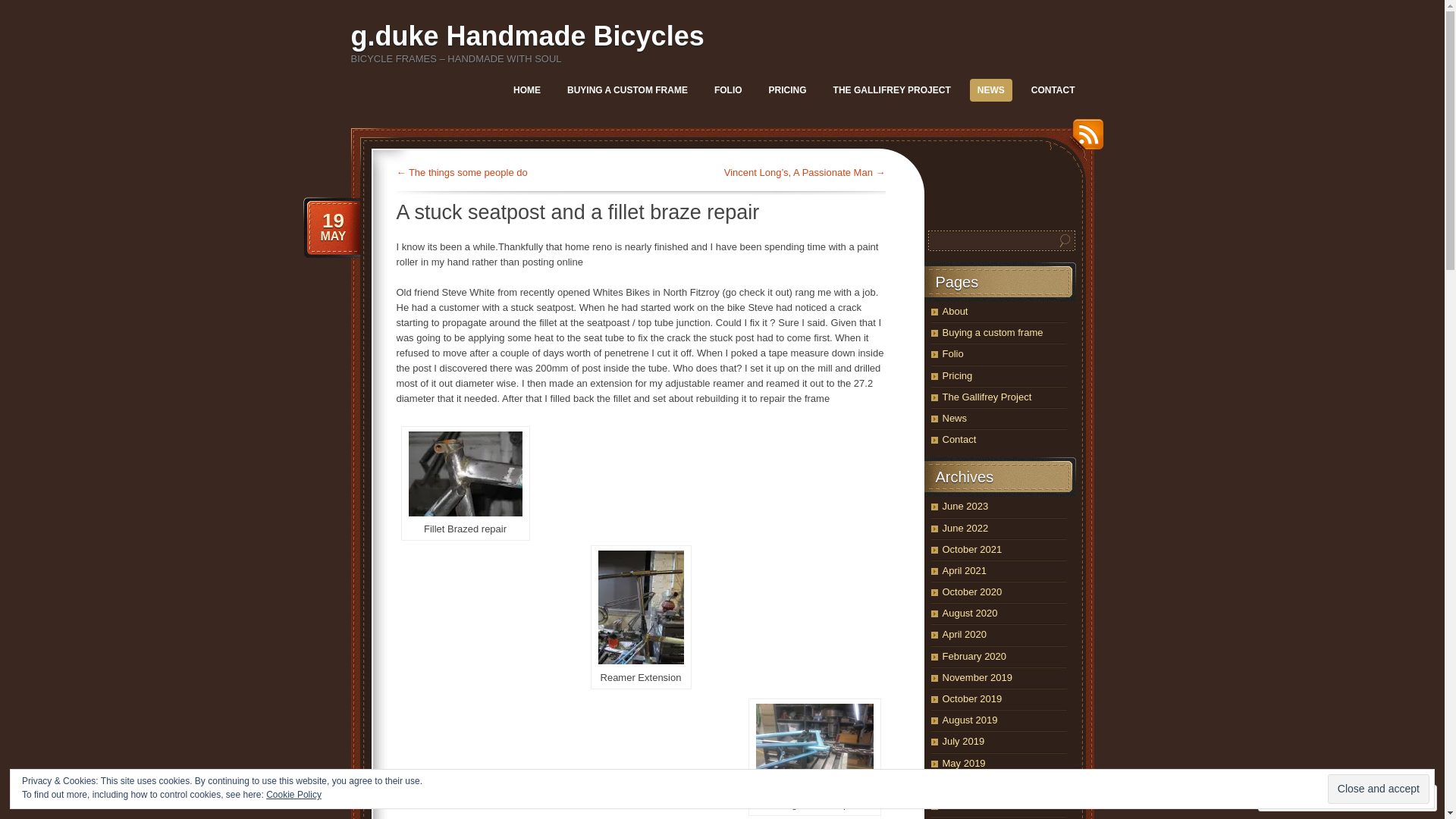 The width and height of the screenshot is (1456, 819). I want to click on 'HOME', so click(506, 90).